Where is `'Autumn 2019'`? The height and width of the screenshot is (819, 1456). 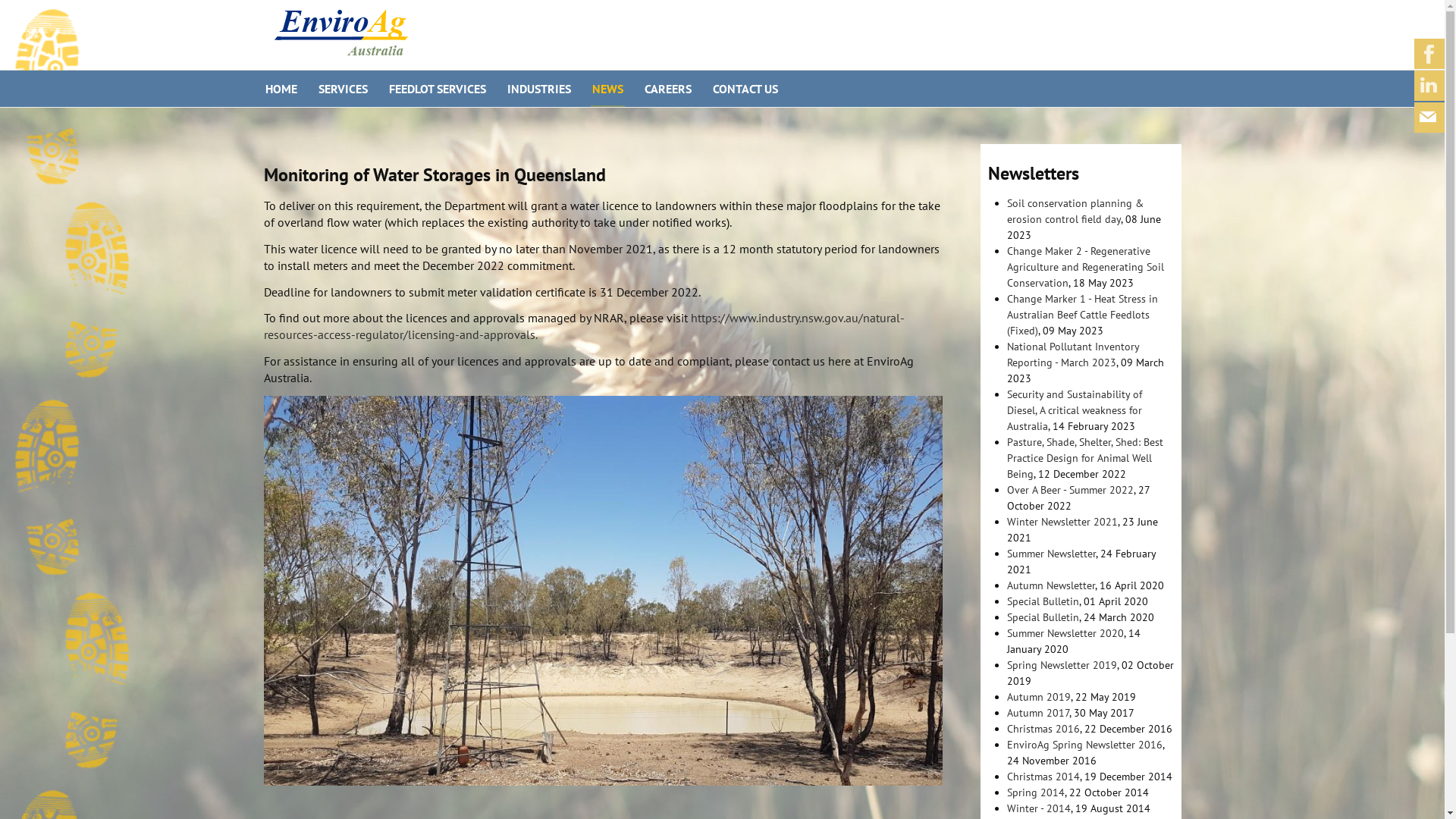
'Autumn 2019' is located at coordinates (1037, 696).